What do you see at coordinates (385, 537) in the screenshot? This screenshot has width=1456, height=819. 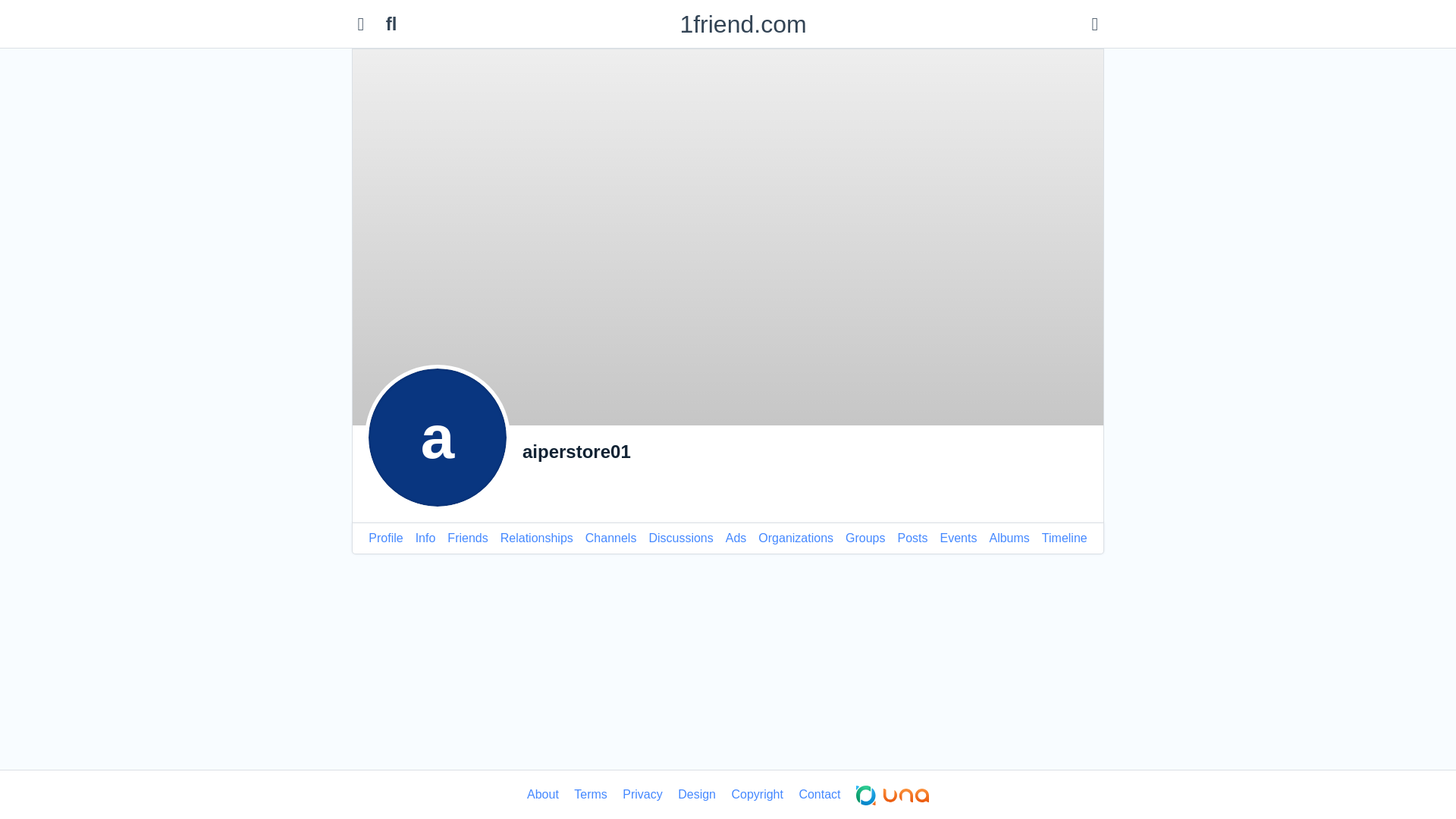 I see `'Profile'` at bounding box center [385, 537].